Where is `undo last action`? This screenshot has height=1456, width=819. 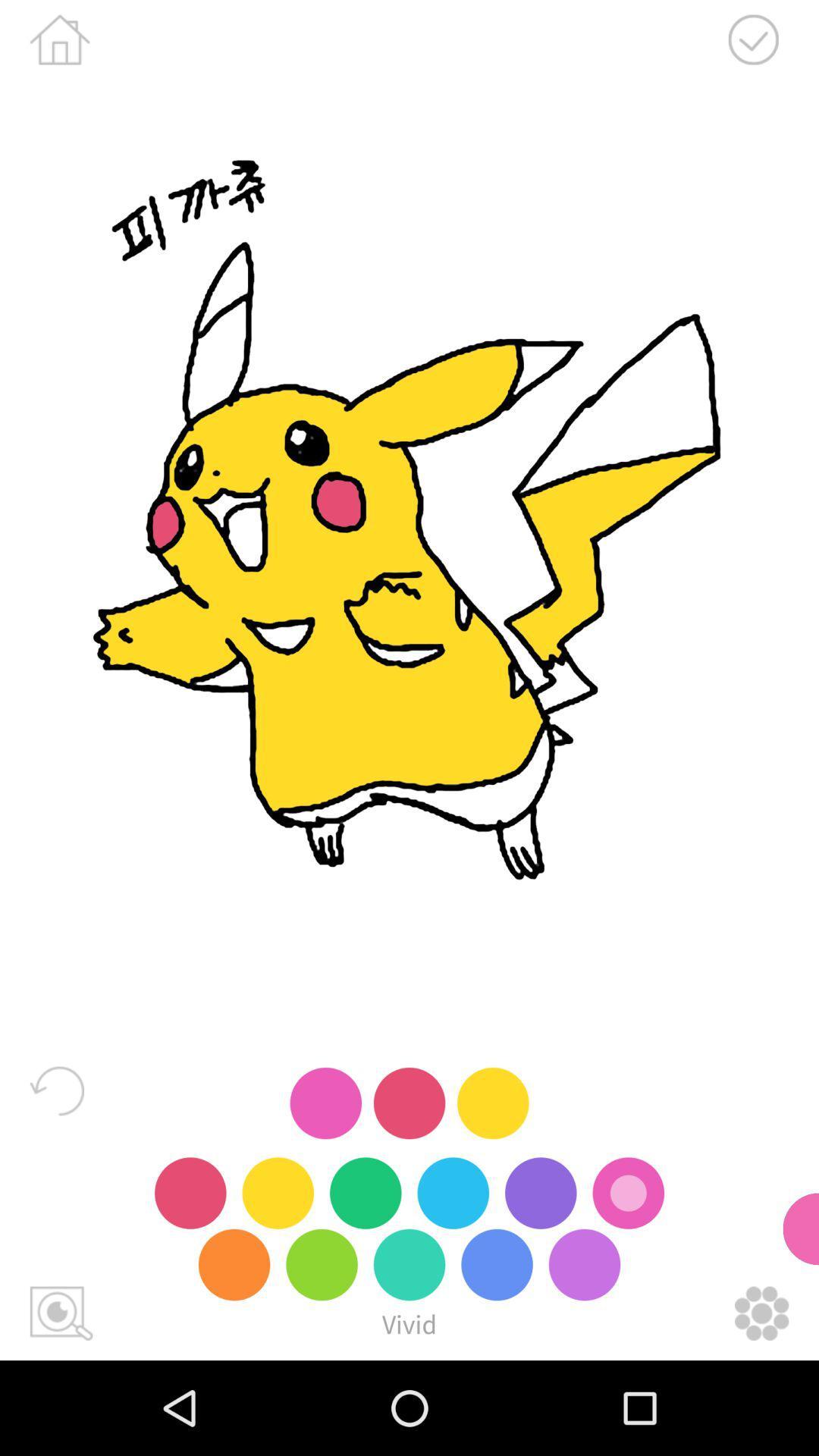 undo last action is located at coordinates (56, 1090).